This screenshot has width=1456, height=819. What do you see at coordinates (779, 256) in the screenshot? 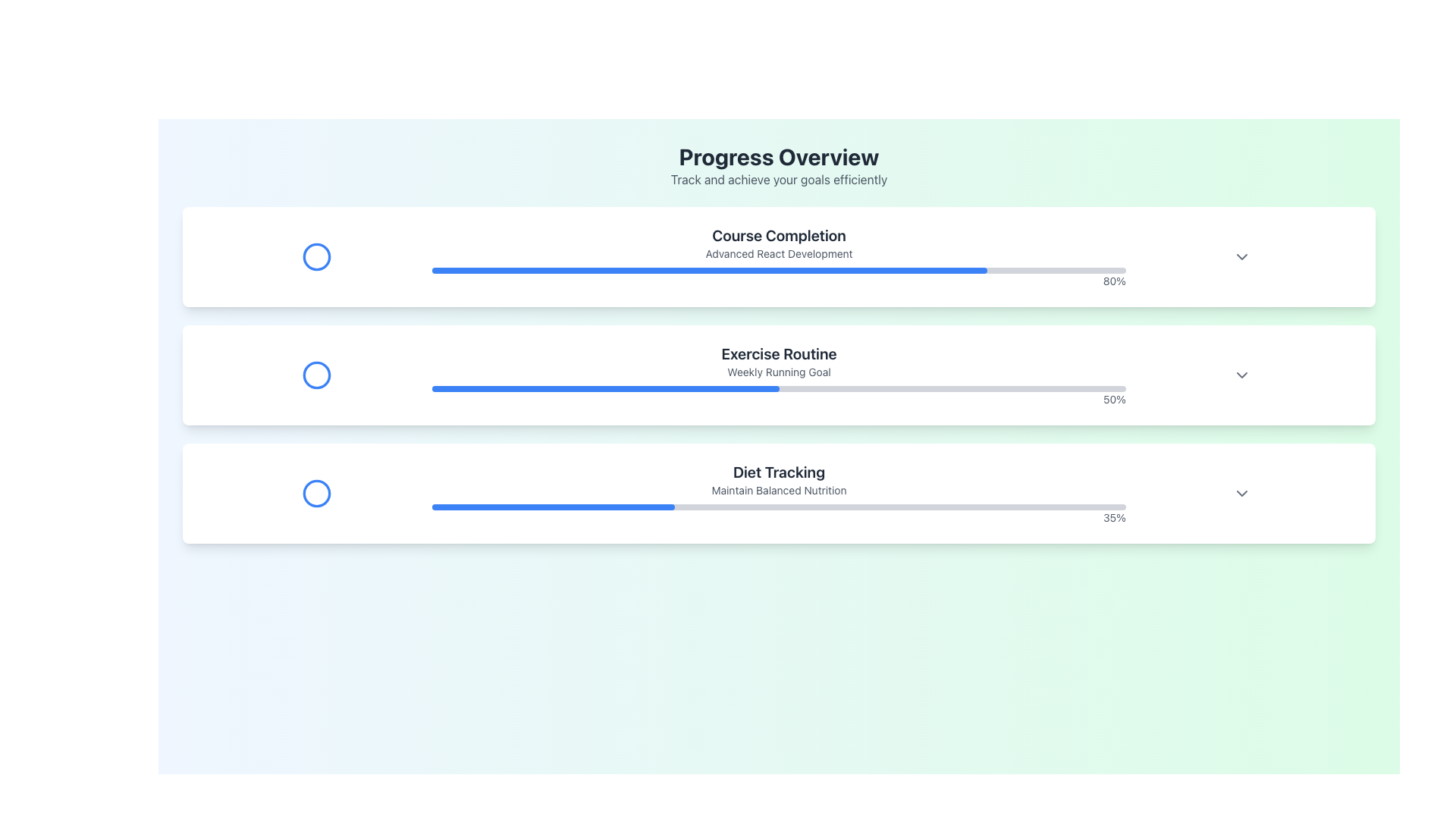
I see `the Progress Indicator for the 'Advanced React Development' course, which is located near the top of the interface under the main heading, in the first section of a vertical list of progress indicators` at bounding box center [779, 256].